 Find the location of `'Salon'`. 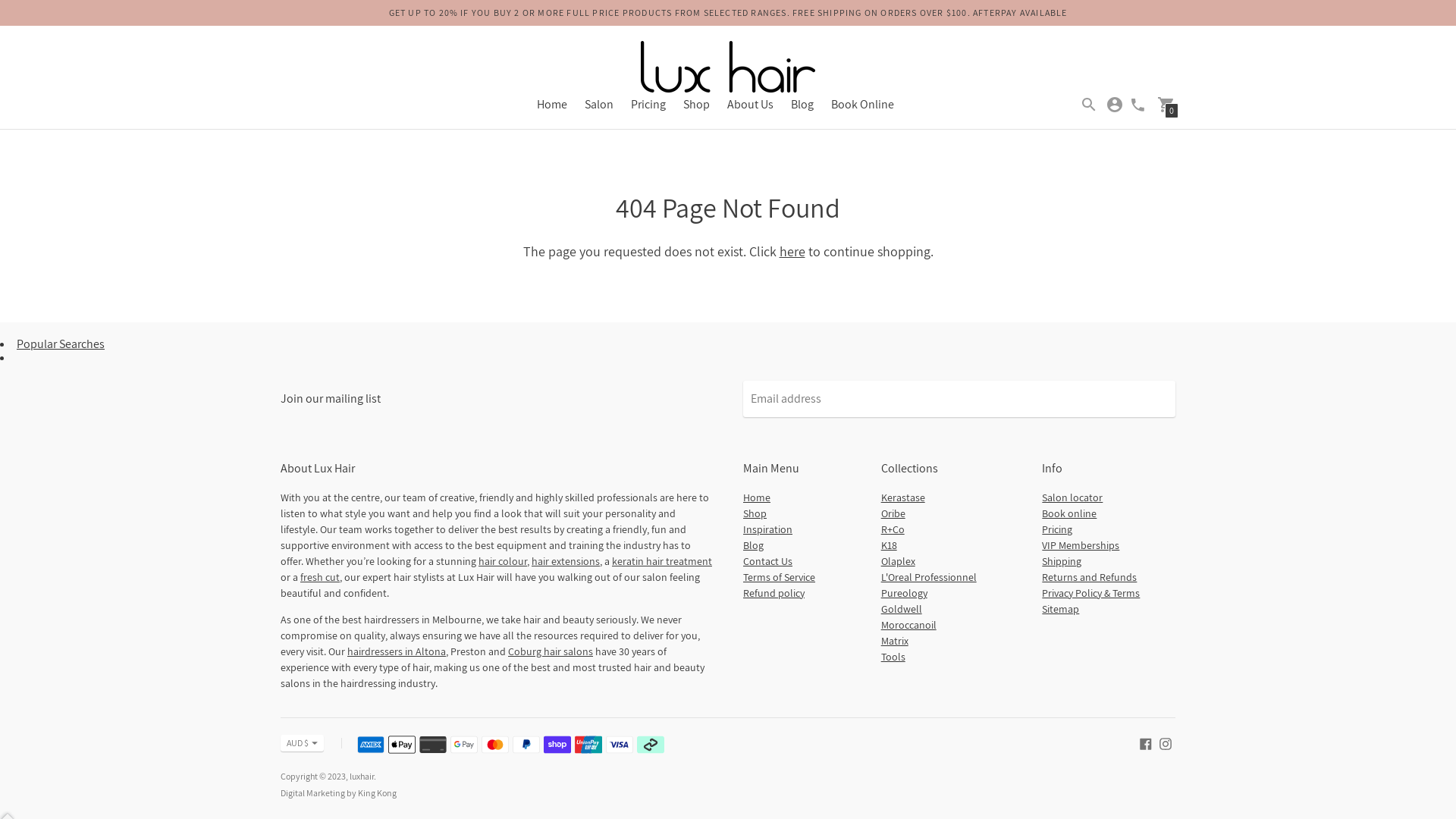

'Salon' is located at coordinates (597, 103).